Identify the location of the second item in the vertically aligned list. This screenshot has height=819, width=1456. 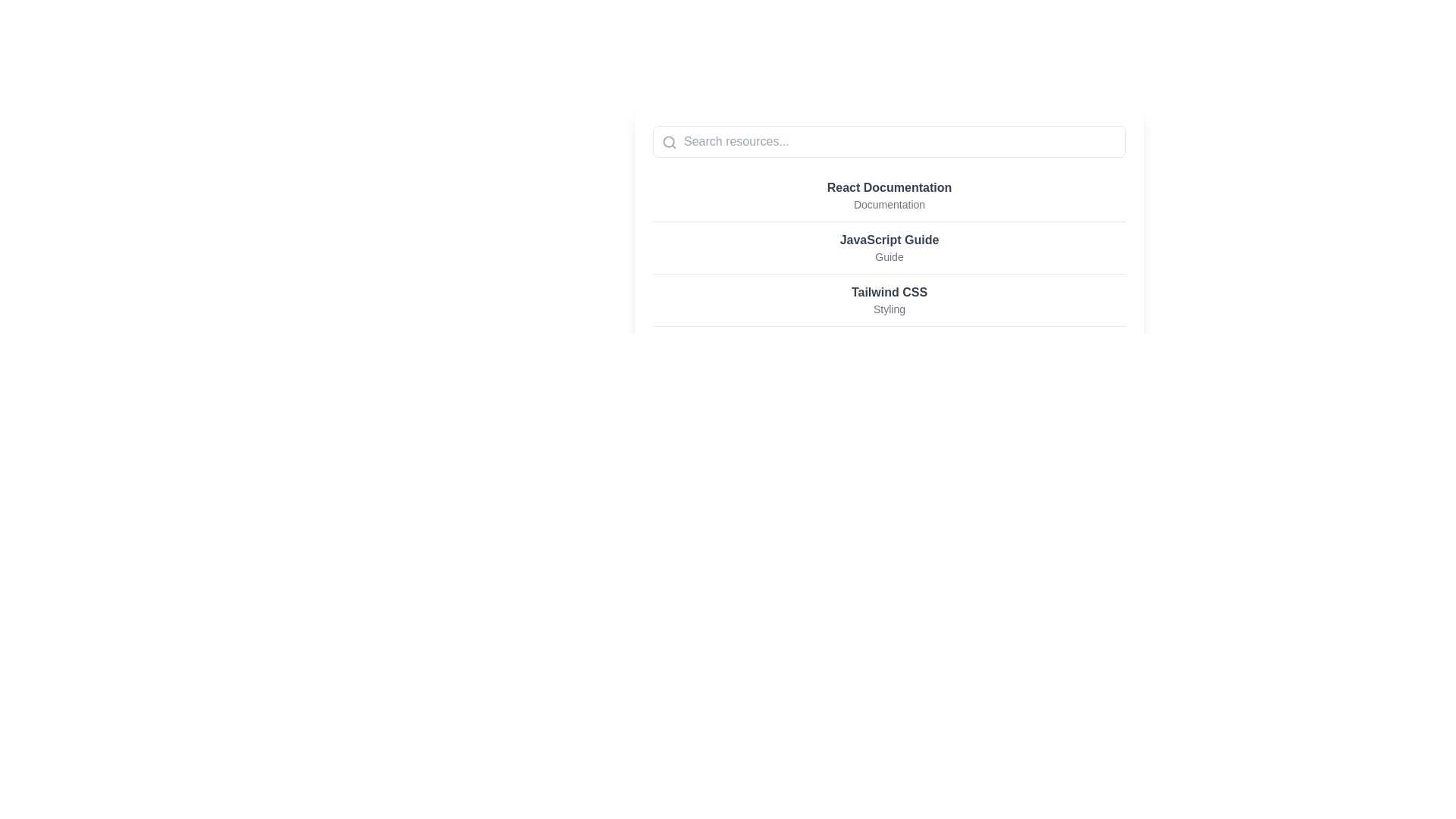
(889, 246).